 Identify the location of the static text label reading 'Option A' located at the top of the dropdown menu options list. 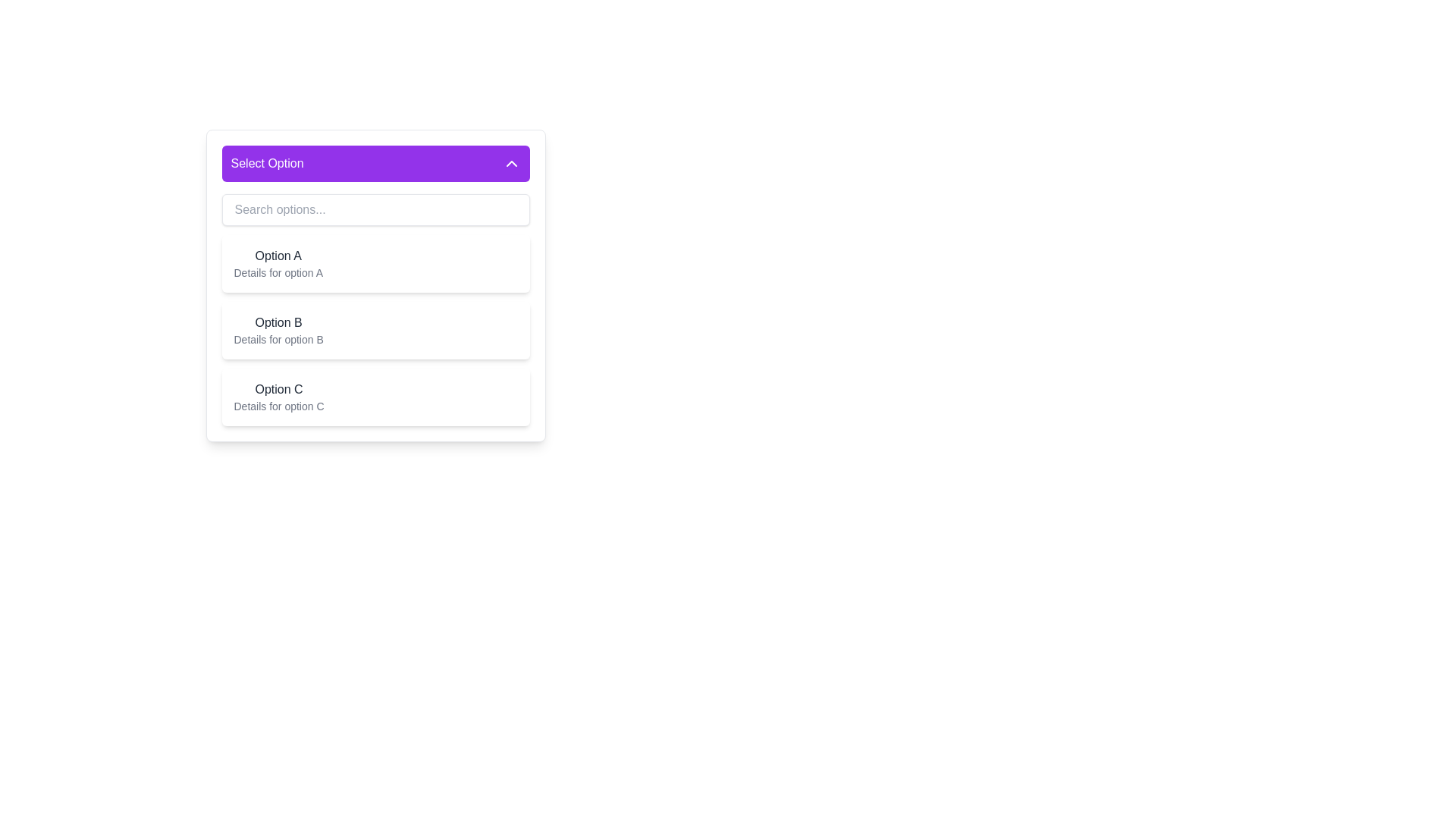
(278, 256).